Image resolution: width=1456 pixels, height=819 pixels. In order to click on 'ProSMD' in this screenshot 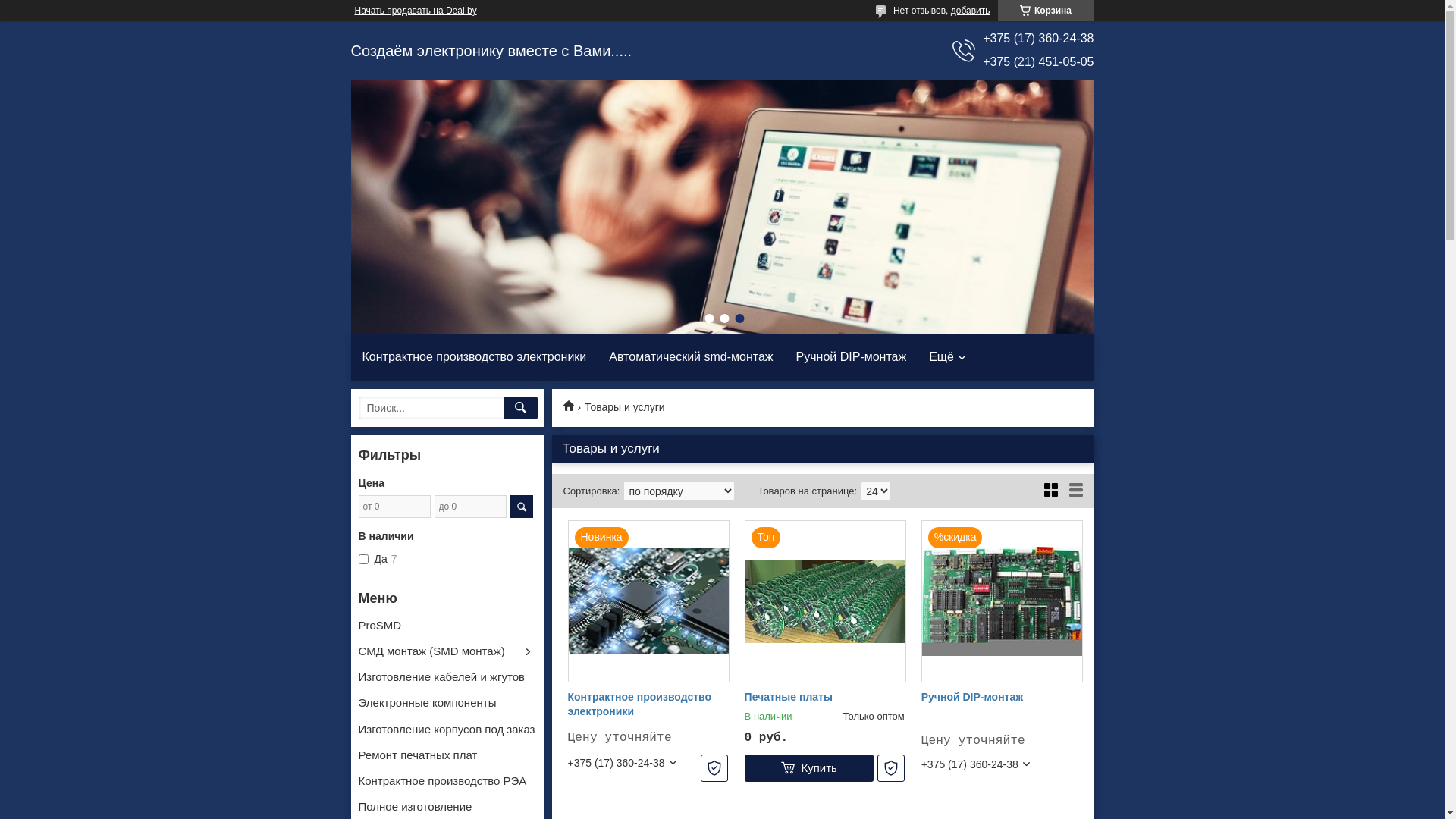, I will do `click(356, 625)`.